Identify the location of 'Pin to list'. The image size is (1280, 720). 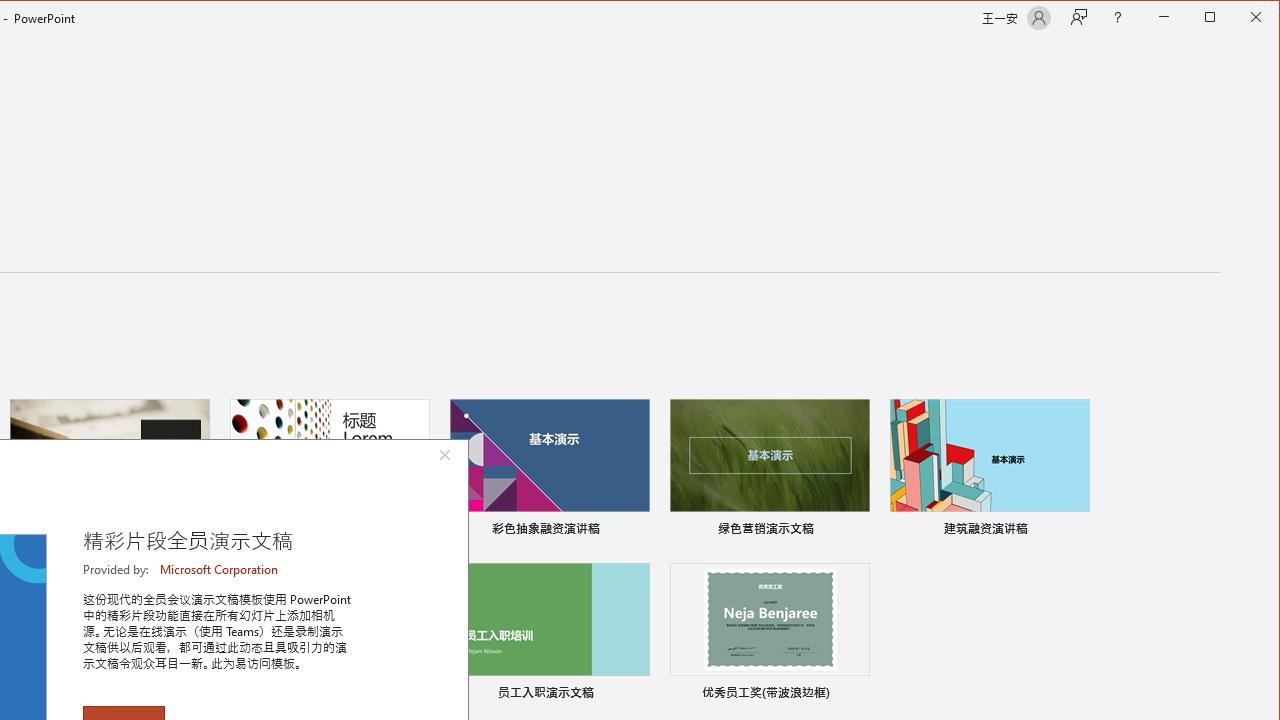
(856, 694).